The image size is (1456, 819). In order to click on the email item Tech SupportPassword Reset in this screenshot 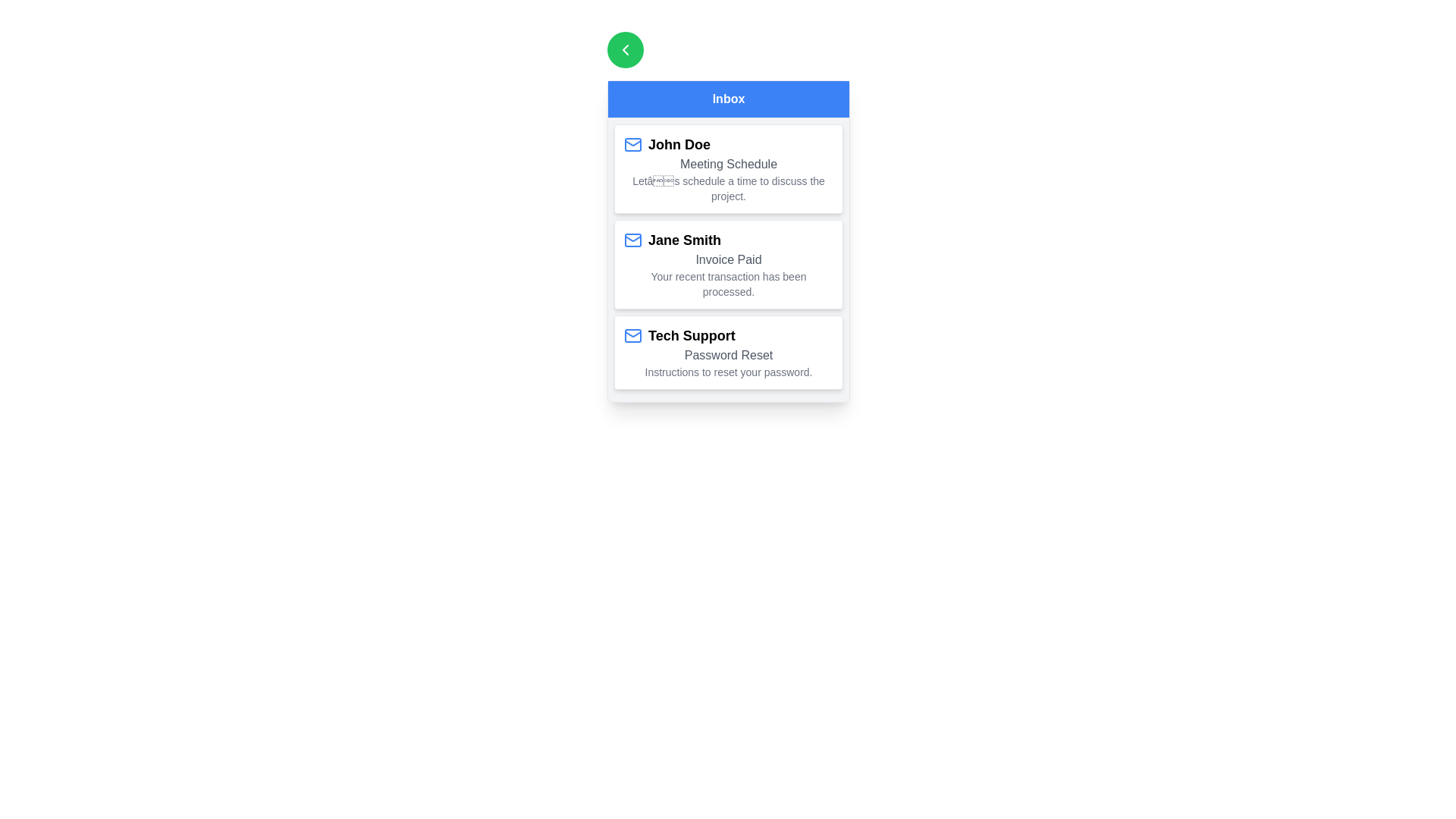, I will do `click(728, 353)`.